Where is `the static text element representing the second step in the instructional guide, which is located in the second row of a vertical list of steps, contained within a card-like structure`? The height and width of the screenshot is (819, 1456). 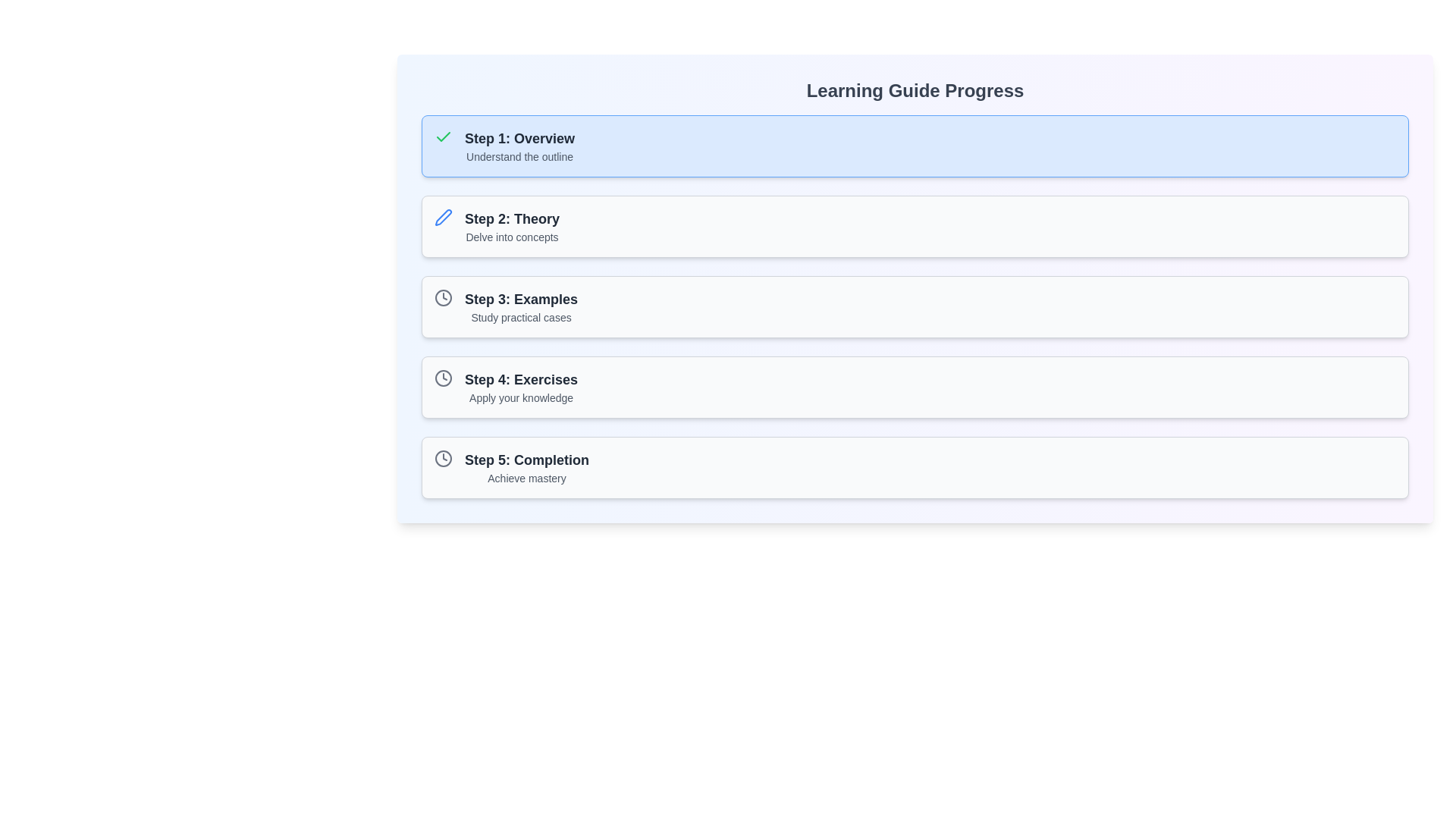
the static text element representing the second step in the instructional guide, which is located in the second row of a vertical list of steps, contained within a card-like structure is located at coordinates (512, 227).